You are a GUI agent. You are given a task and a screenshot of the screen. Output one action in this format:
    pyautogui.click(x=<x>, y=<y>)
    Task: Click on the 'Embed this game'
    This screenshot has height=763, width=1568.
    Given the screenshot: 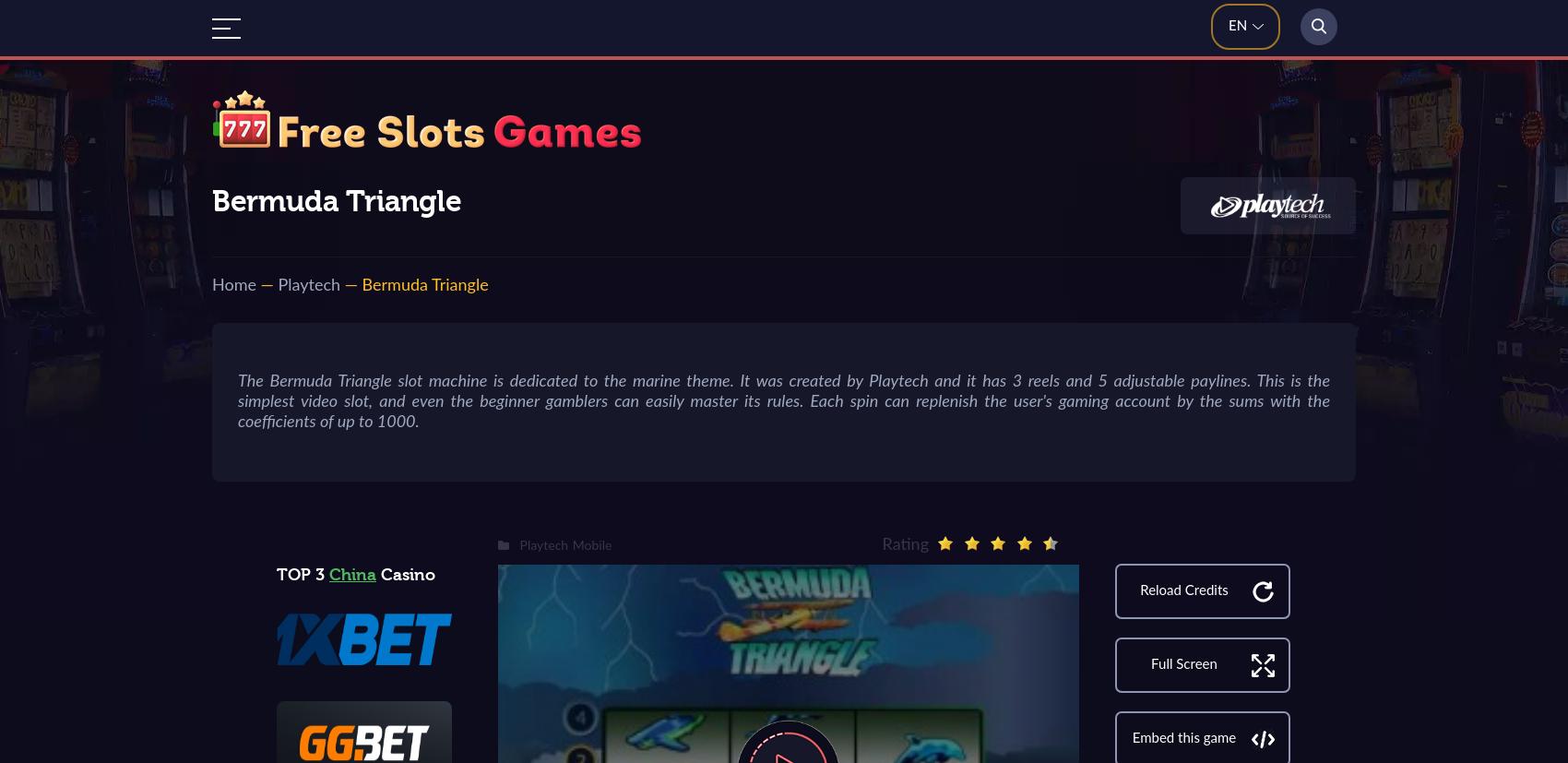 What is the action you would take?
    pyautogui.click(x=1183, y=737)
    